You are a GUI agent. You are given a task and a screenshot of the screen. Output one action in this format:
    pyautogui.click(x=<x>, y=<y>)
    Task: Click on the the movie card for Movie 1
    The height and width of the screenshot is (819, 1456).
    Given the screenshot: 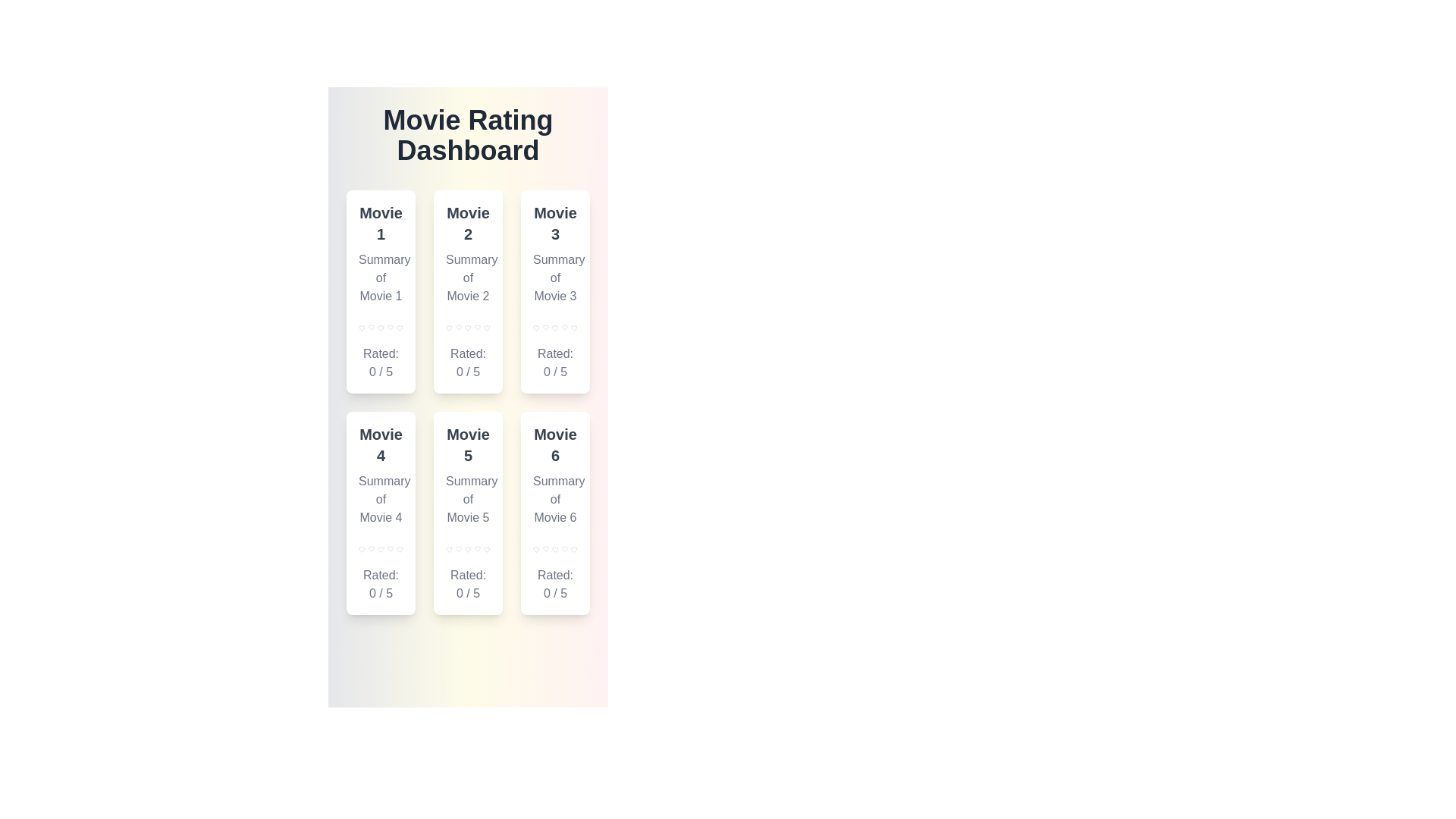 What is the action you would take?
    pyautogui.click(x=381, y=292)
    